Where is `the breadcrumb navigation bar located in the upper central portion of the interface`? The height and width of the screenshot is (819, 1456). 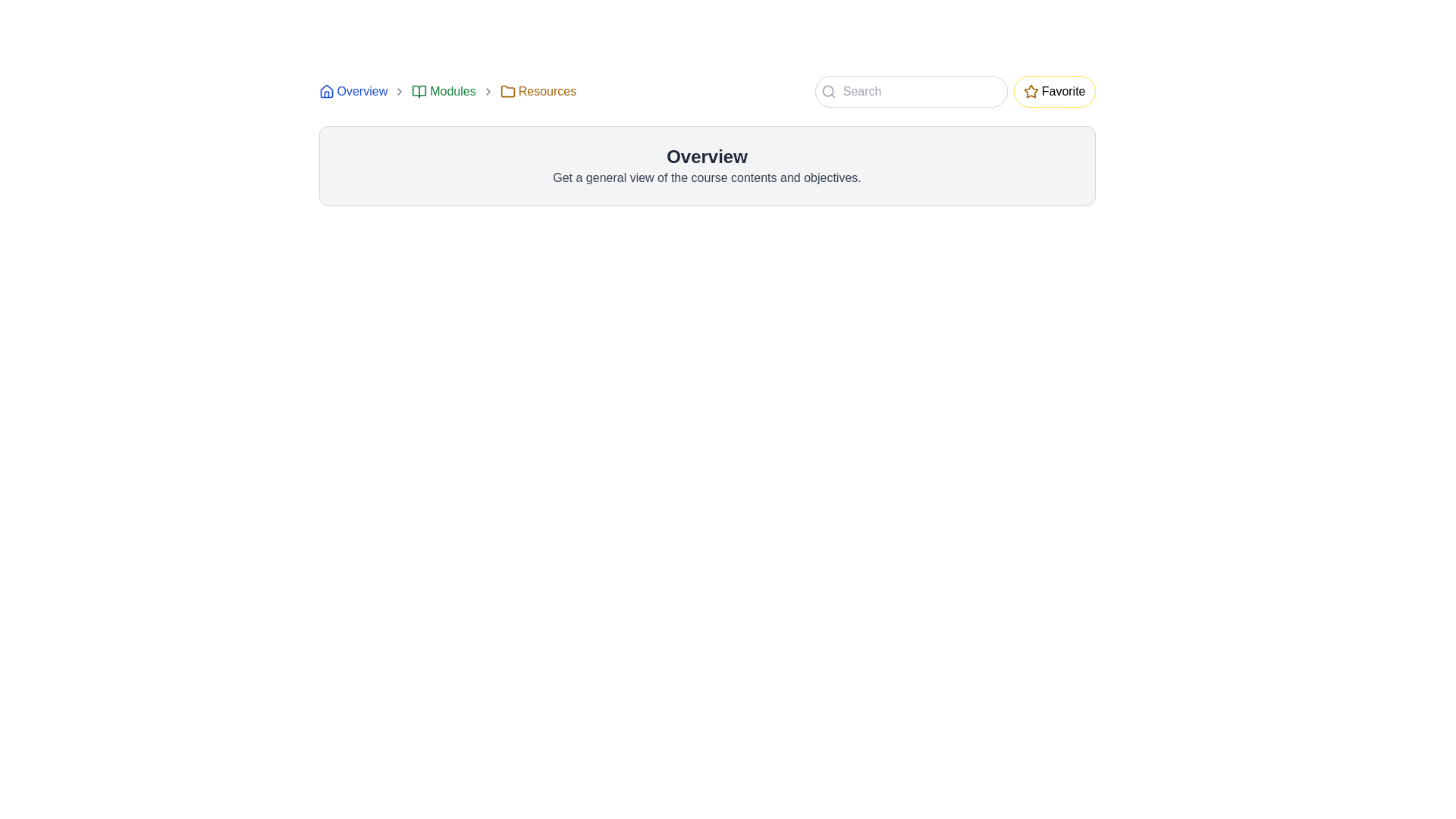 the breadcrumb navigation bar located in the upper central portion of the interface is located at coordinates (447, 91).